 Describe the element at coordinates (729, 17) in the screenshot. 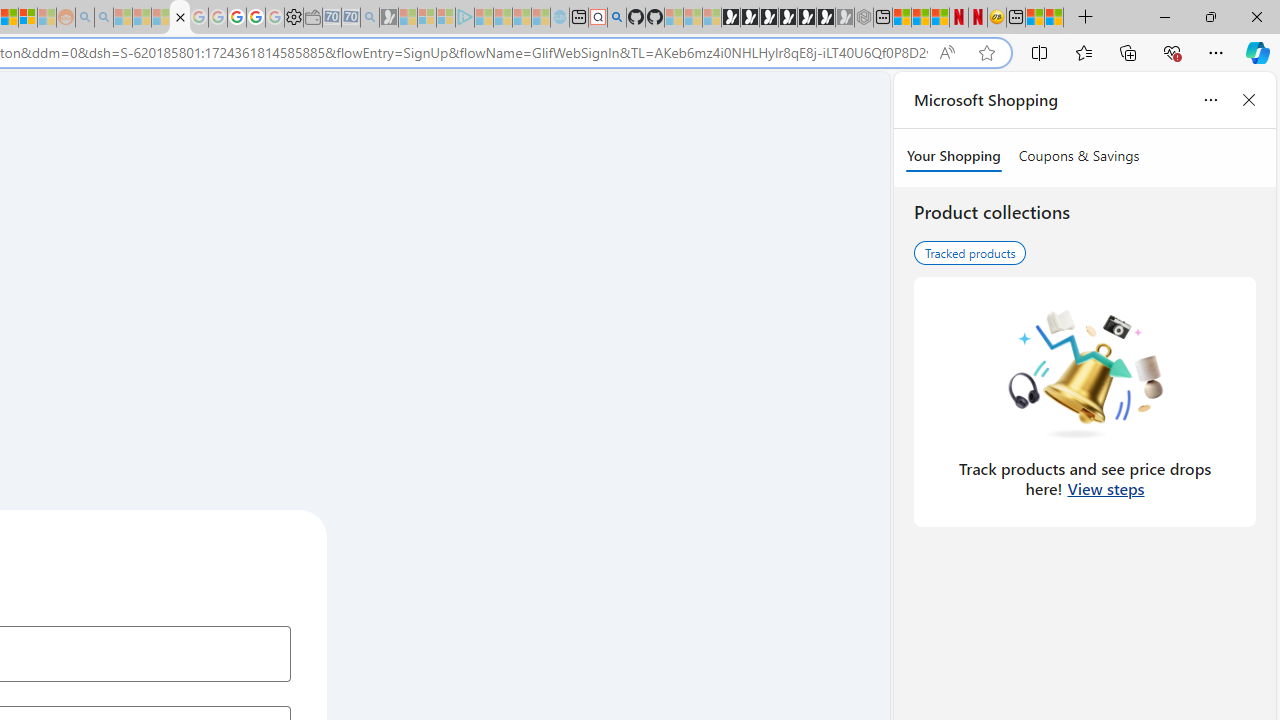

I see `'Play Free Online Games | Games from Microsoft Start'` at that location.